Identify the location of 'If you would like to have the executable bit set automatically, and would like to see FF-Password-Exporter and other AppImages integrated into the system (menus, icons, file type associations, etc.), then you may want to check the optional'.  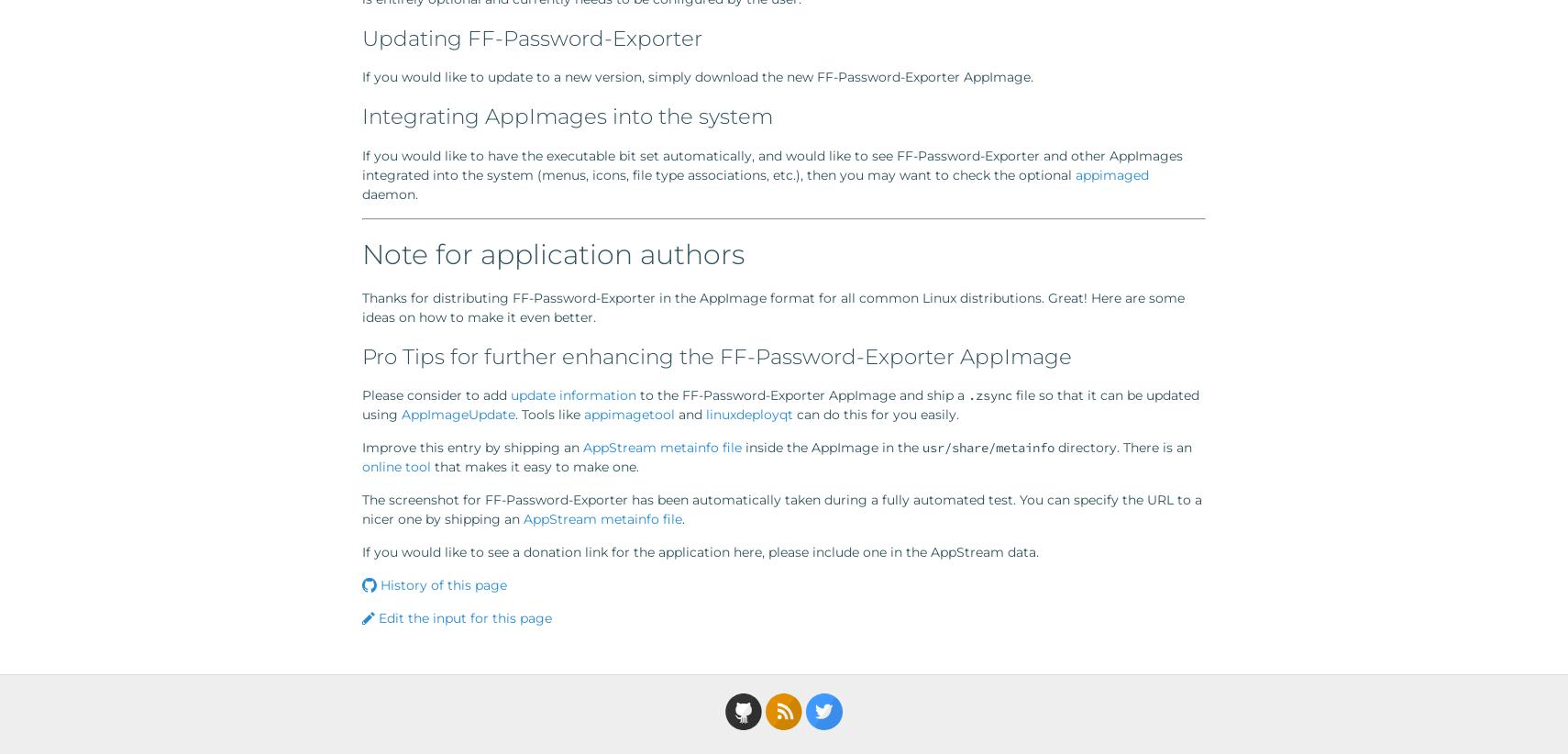
(772, 163).